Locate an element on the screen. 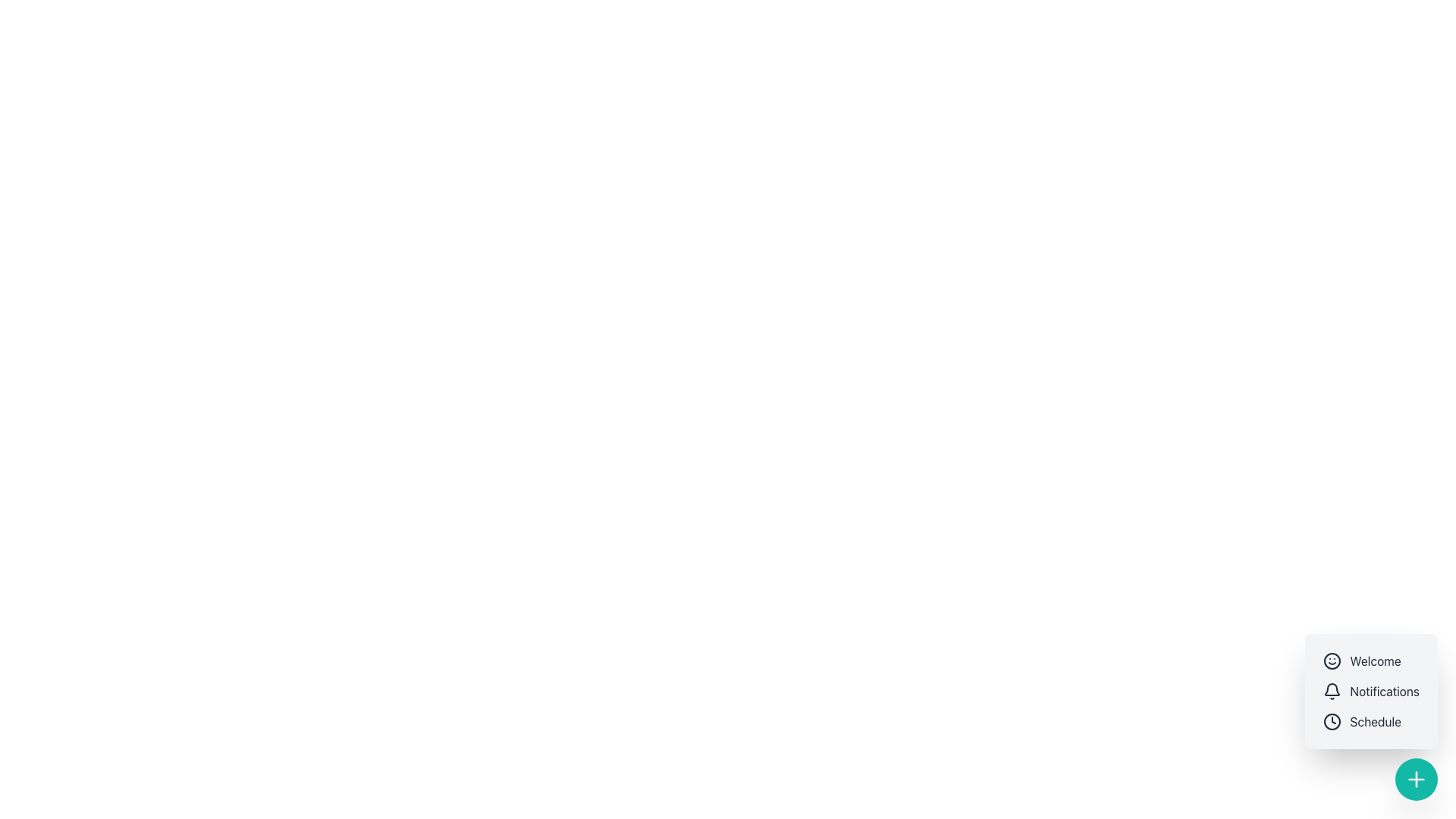  text from the label indicating functionality or section related to scheduling, located at the bottom-right corner of the interface, under 'Welcome' and 'Notifications', and to the right of a clock icon is located at coordinates (1376, 721).